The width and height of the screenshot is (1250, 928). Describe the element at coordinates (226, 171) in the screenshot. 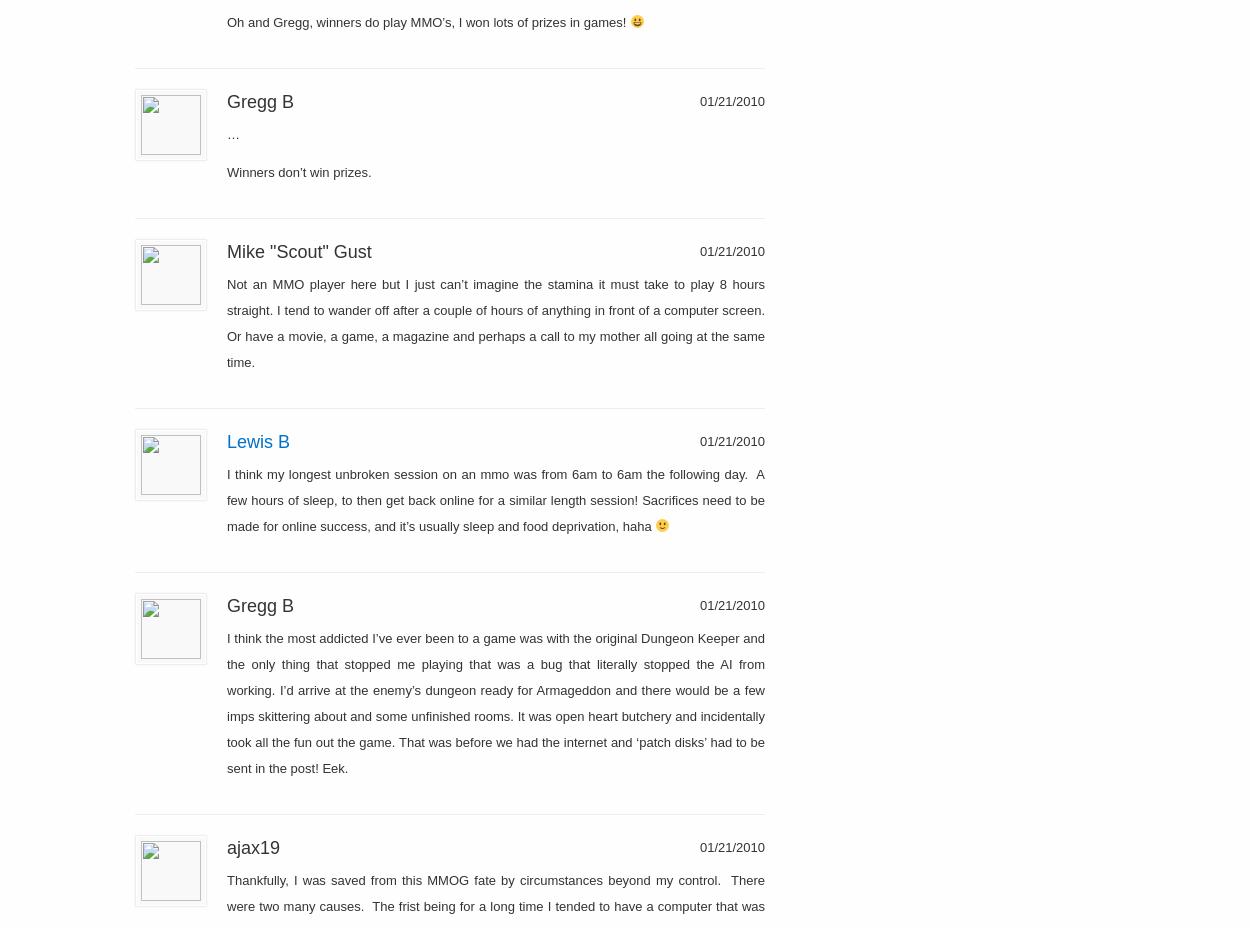

I see `'Winners don’t win prizes.'` at that location.